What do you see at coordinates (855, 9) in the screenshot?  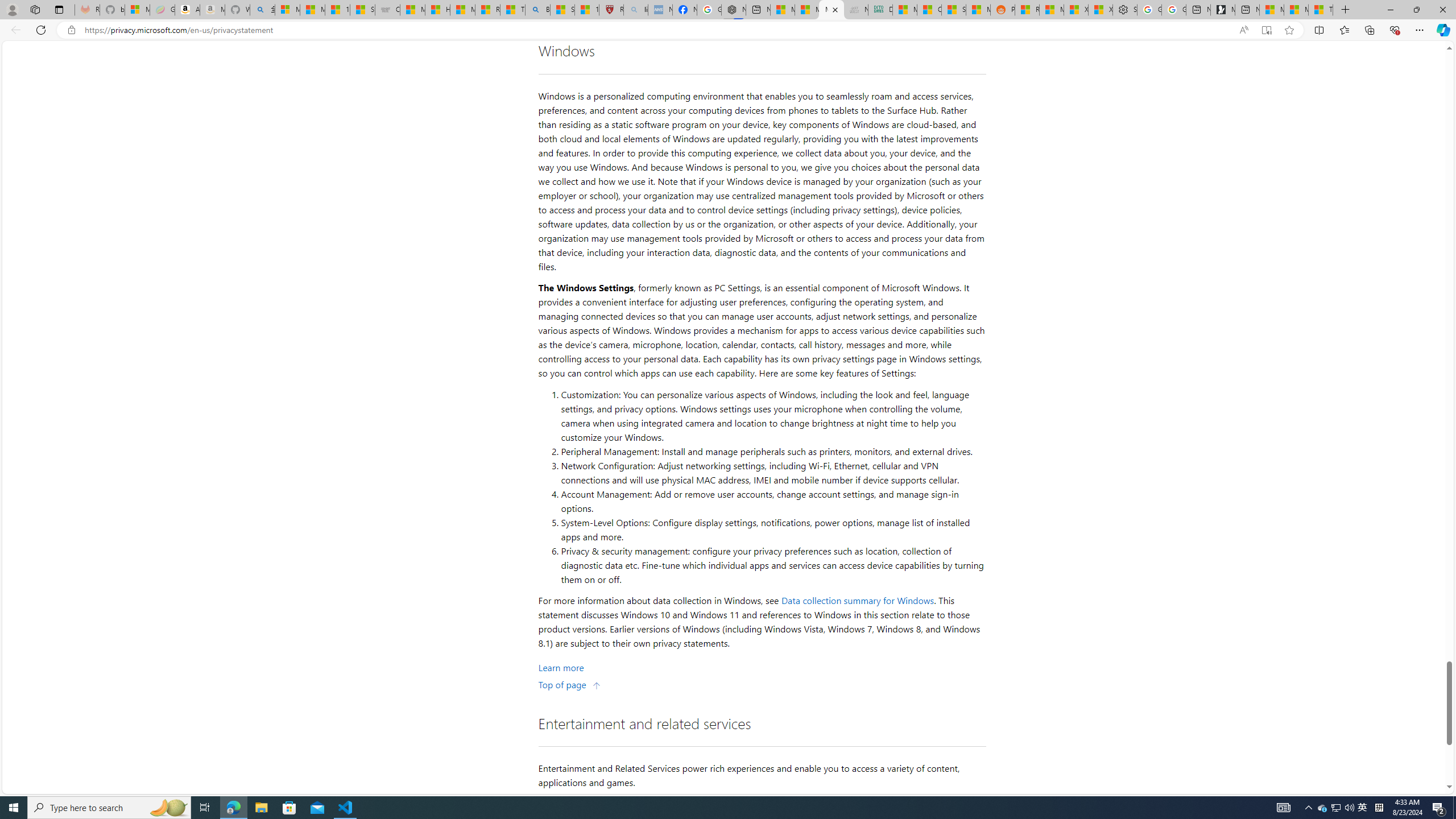 I see `'Navy Quest'` at bounding box center [855, 9].